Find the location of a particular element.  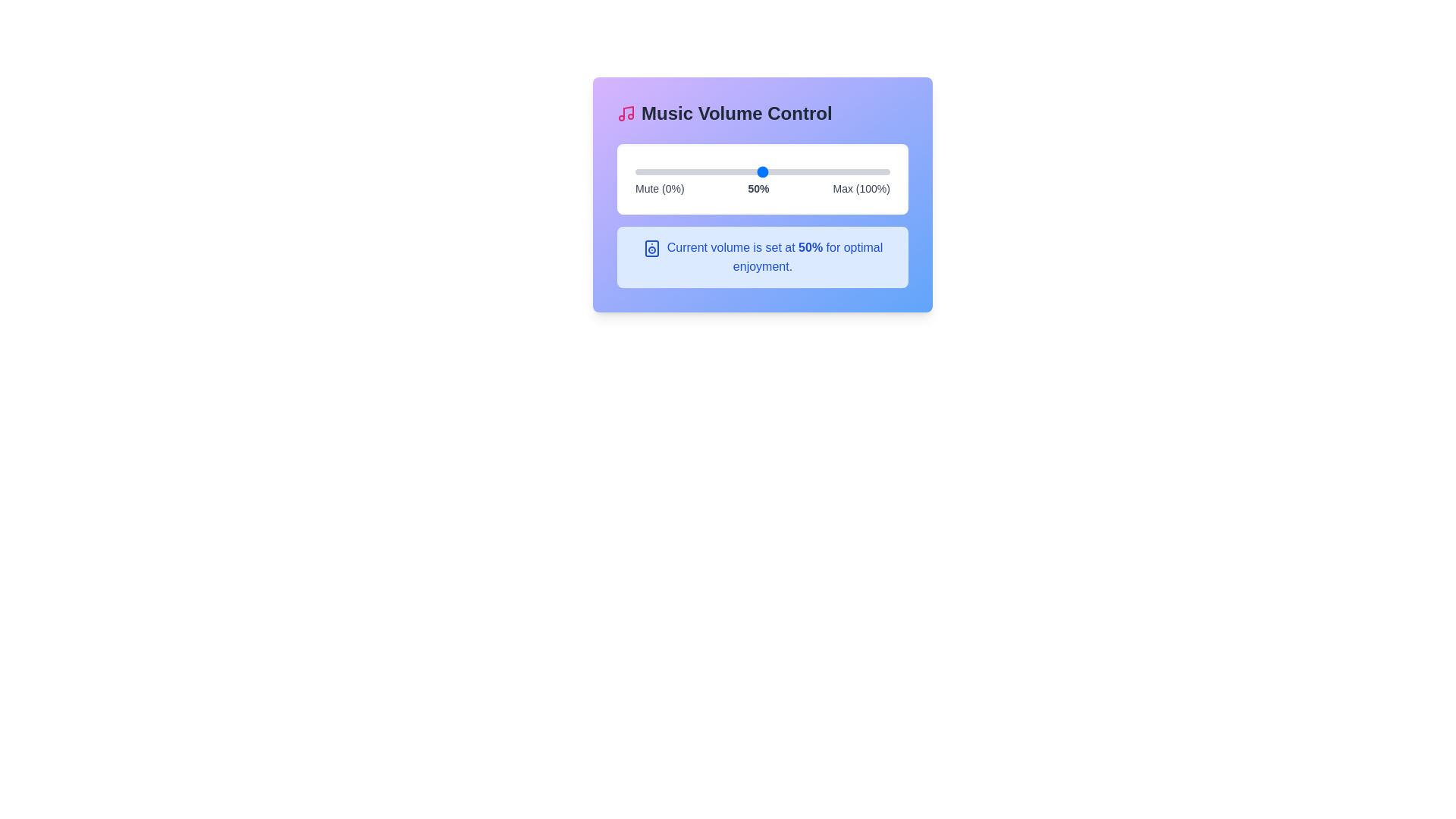

the volume slider to set the volume to 2% is located at coordinates (640, 171).